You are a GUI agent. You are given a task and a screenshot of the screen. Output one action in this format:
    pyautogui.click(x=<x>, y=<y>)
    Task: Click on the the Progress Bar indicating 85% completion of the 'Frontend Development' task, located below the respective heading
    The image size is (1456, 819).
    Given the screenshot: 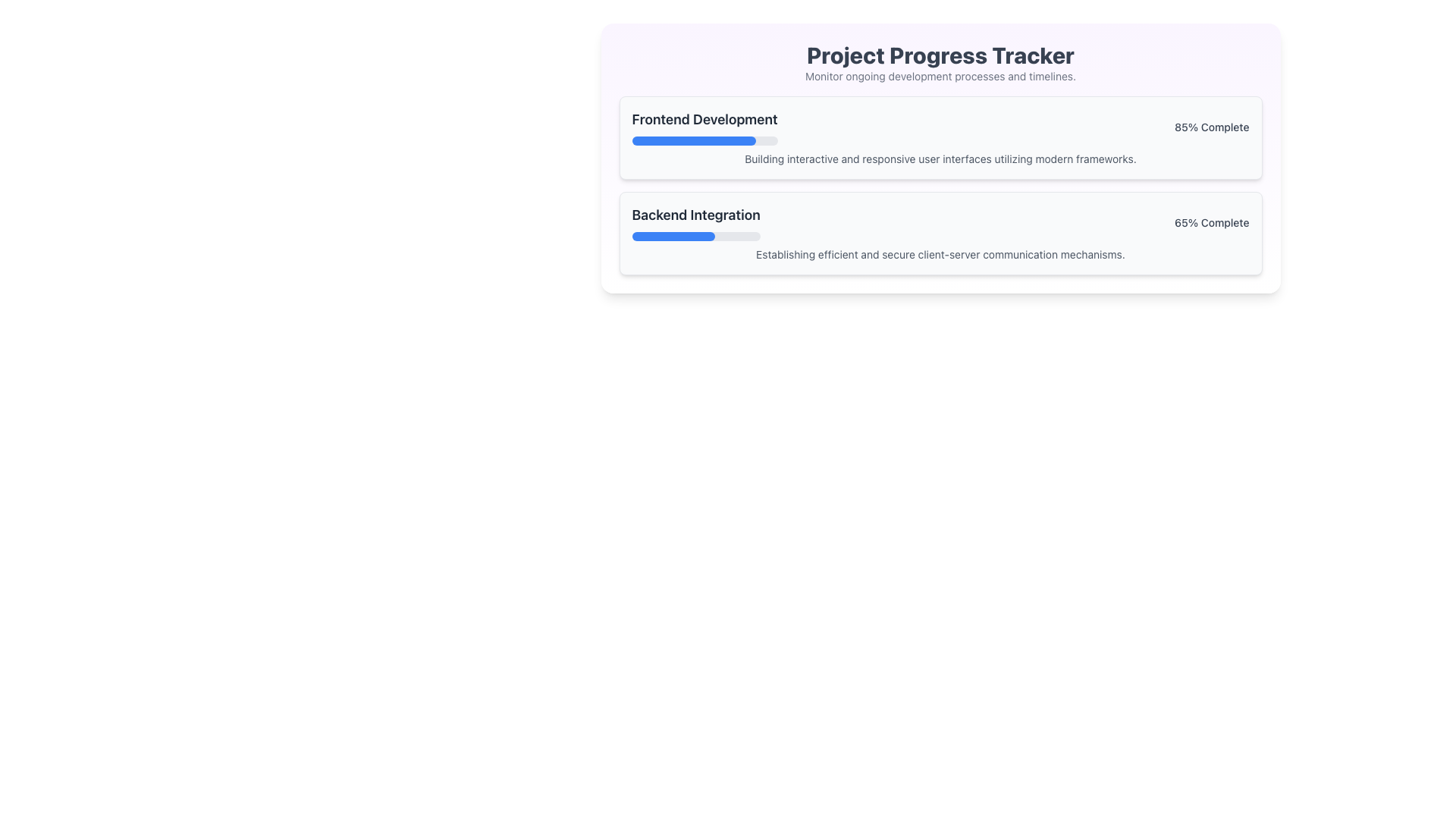 What is the action you would take?
    pyautogui.click(x=704, y=140)
    